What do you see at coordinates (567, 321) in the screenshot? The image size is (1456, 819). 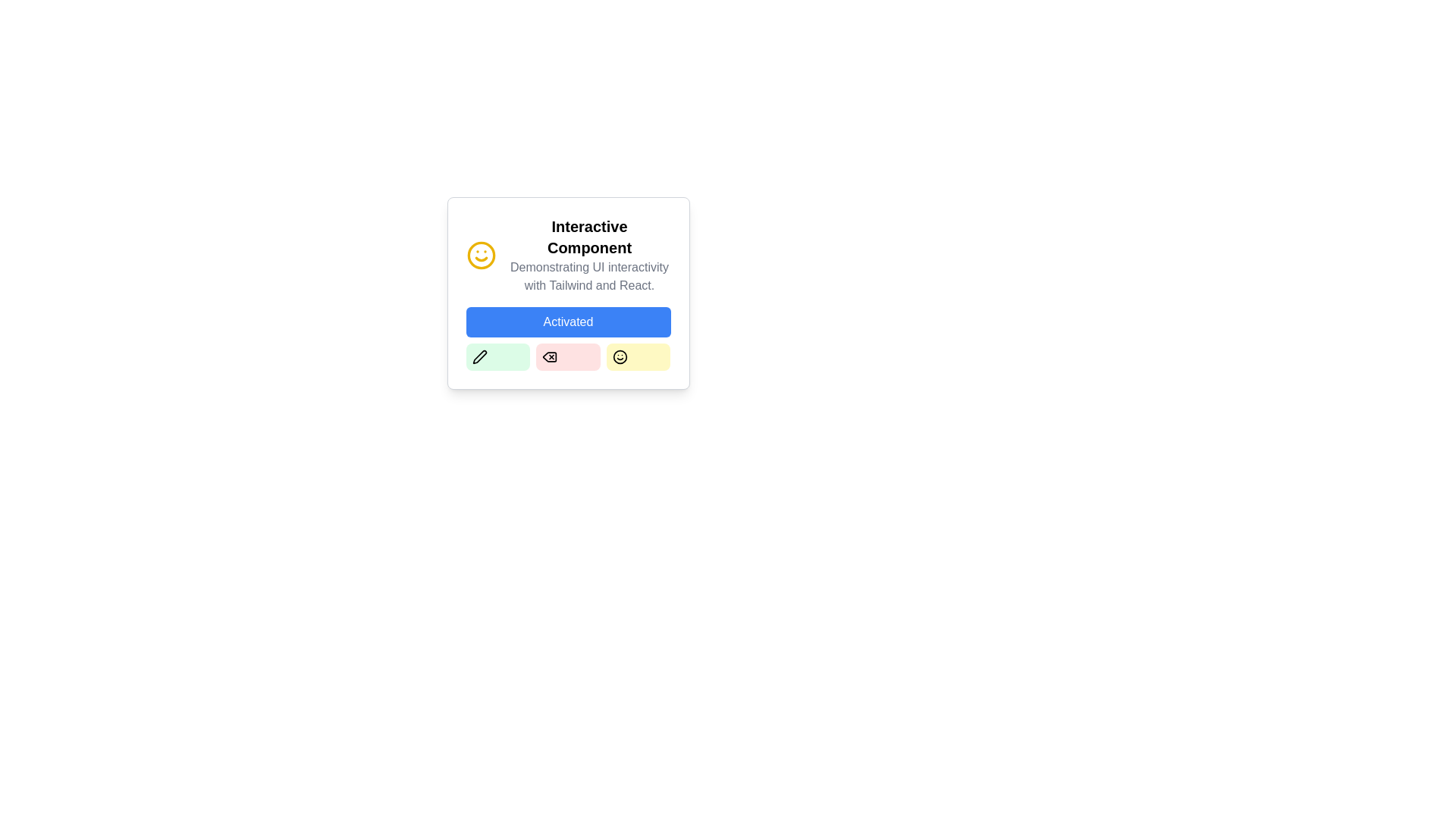 I see `the rectangular button labeled 'Activated' with a blue background` at bounding box center [567, 321].